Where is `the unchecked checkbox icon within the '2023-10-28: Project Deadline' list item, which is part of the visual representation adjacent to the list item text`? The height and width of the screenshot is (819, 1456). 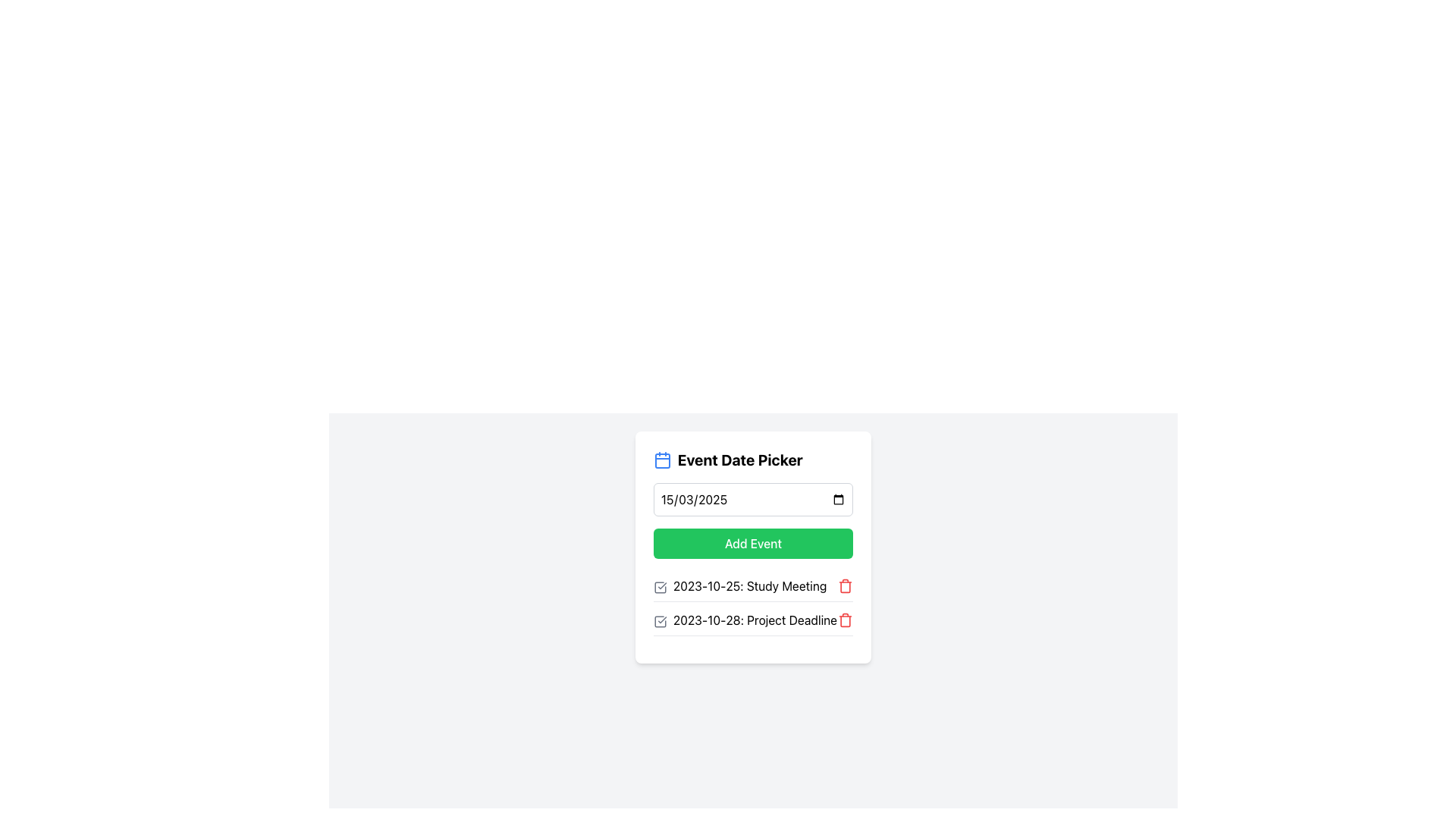
the unchecked checkbox icon within the '2023-10-28: Project Deadline' list item, which is part of the visual representation adjacent to the list item text is located at coordinates (660, 621).